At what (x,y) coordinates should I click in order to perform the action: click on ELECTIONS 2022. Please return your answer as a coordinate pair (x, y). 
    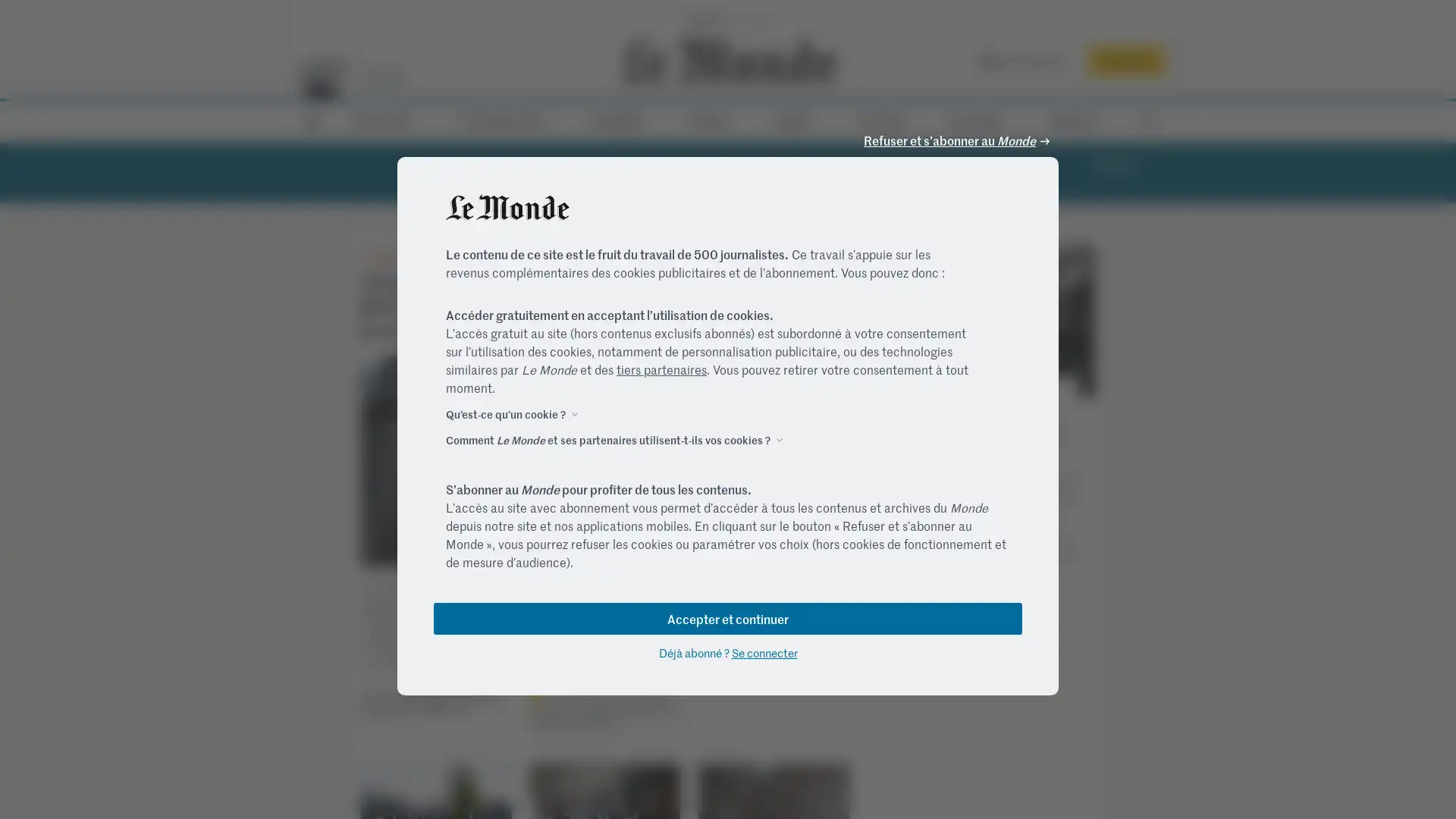
    Looking at the image, I should click on (507, 120).